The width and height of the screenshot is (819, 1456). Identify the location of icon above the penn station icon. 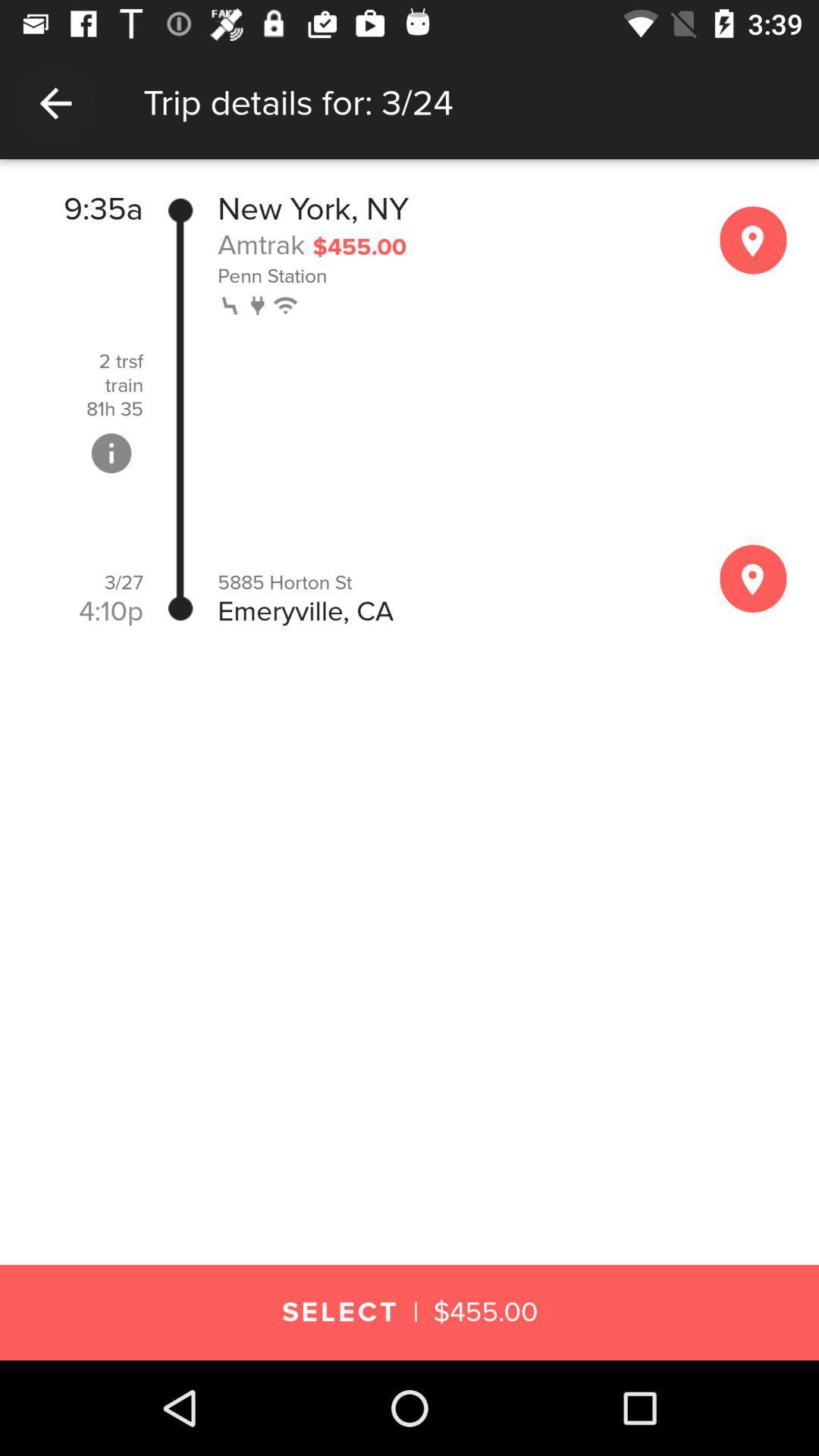
(260, 244).